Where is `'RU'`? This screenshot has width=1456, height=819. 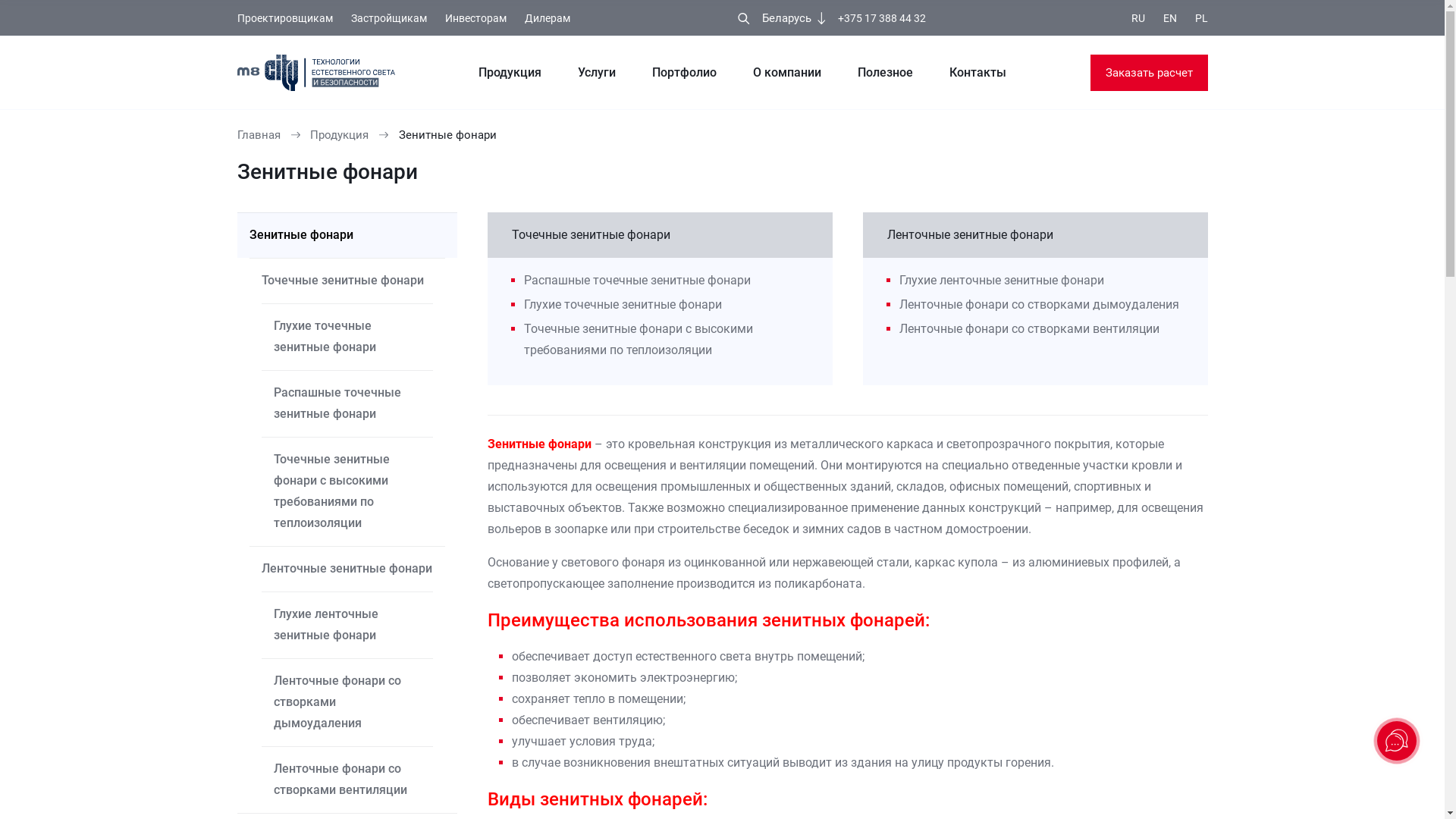 'RU' is located at coordinates (1138, 18).